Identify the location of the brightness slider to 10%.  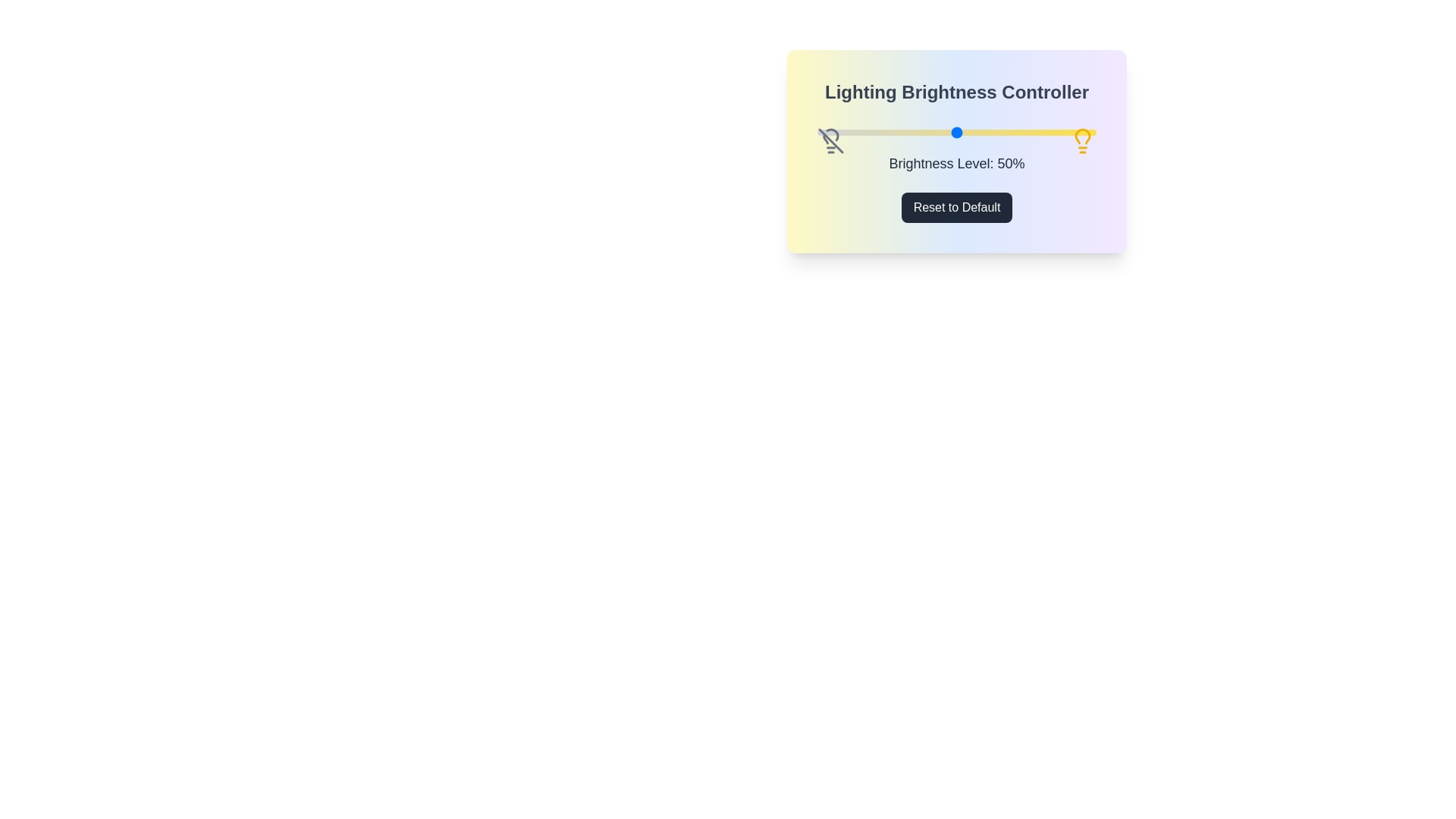
(844, 131).